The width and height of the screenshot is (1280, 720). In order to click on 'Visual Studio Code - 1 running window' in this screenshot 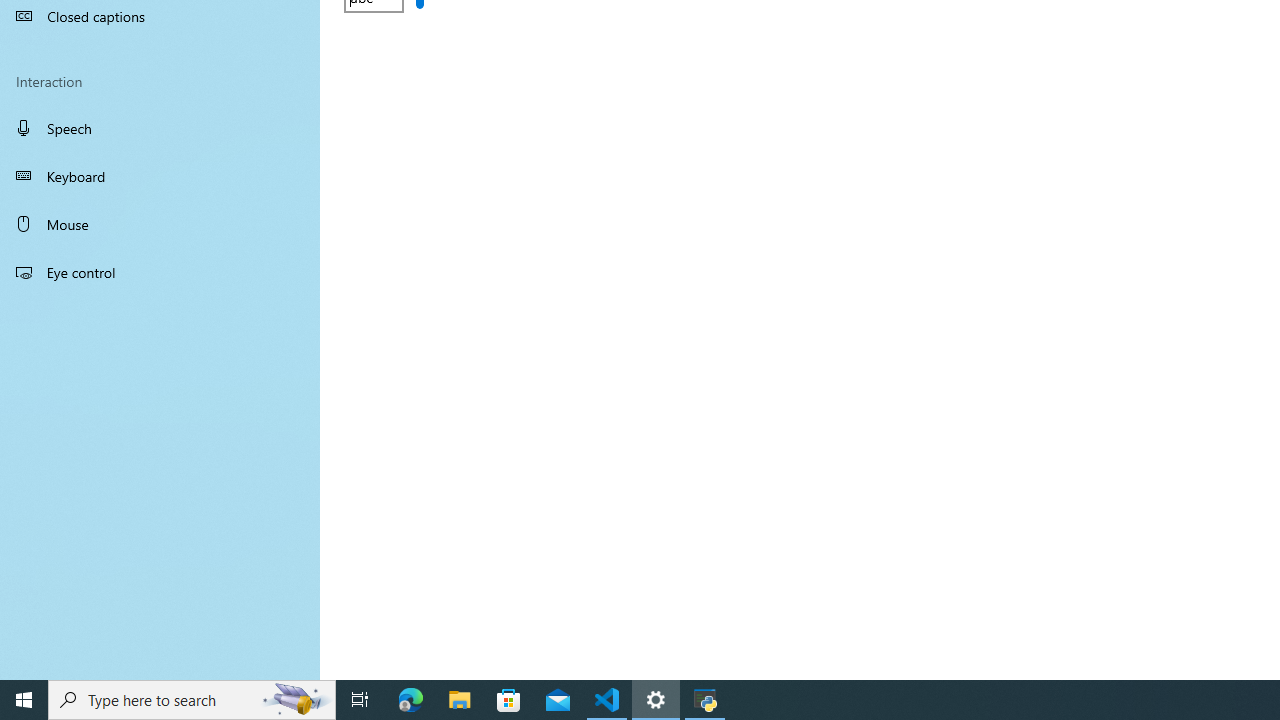, I will do `click(606, 698)`.